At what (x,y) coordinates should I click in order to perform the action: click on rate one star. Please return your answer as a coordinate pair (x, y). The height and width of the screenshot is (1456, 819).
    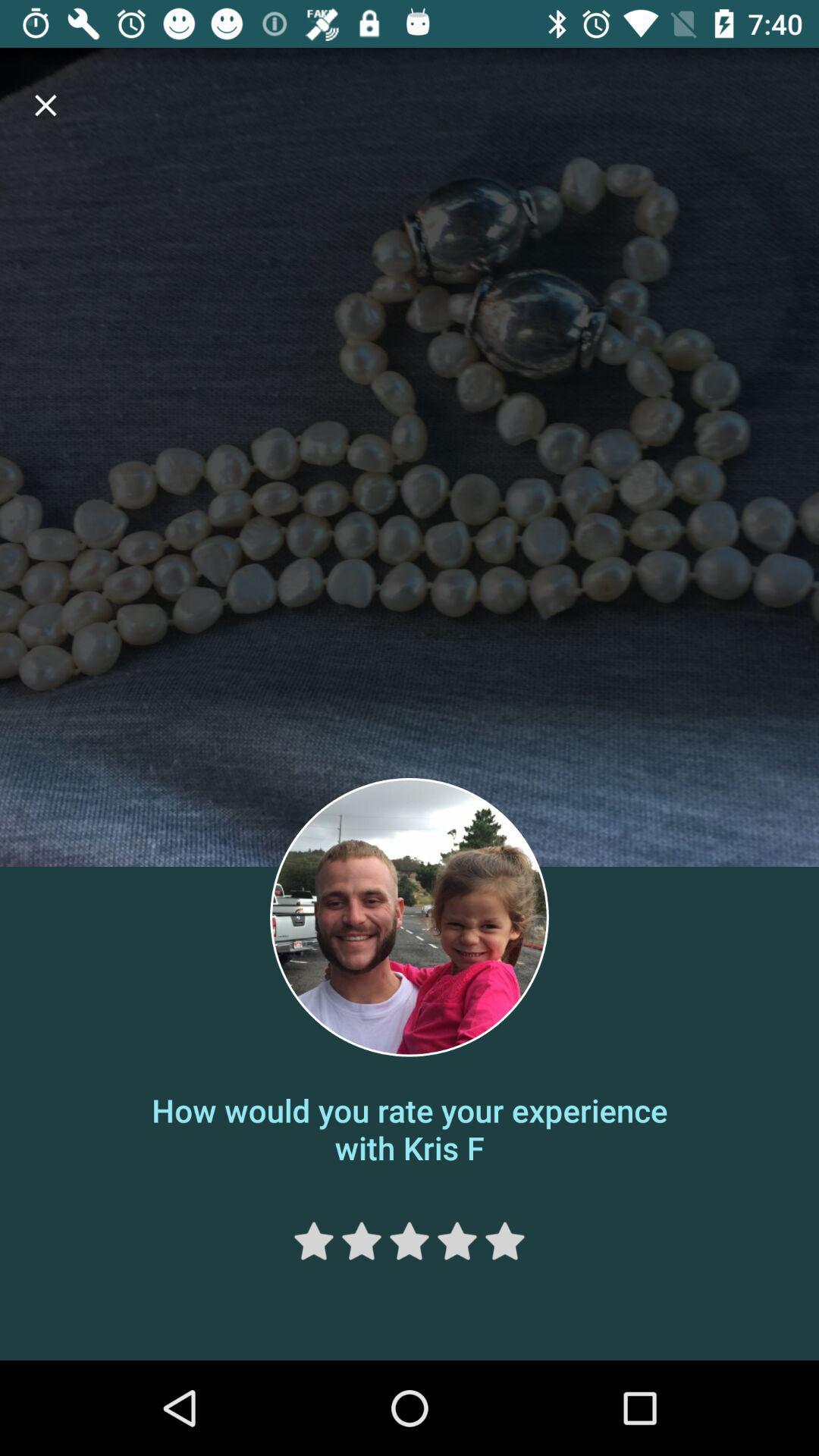
    Looking at the image, I should click on (312, 1241).